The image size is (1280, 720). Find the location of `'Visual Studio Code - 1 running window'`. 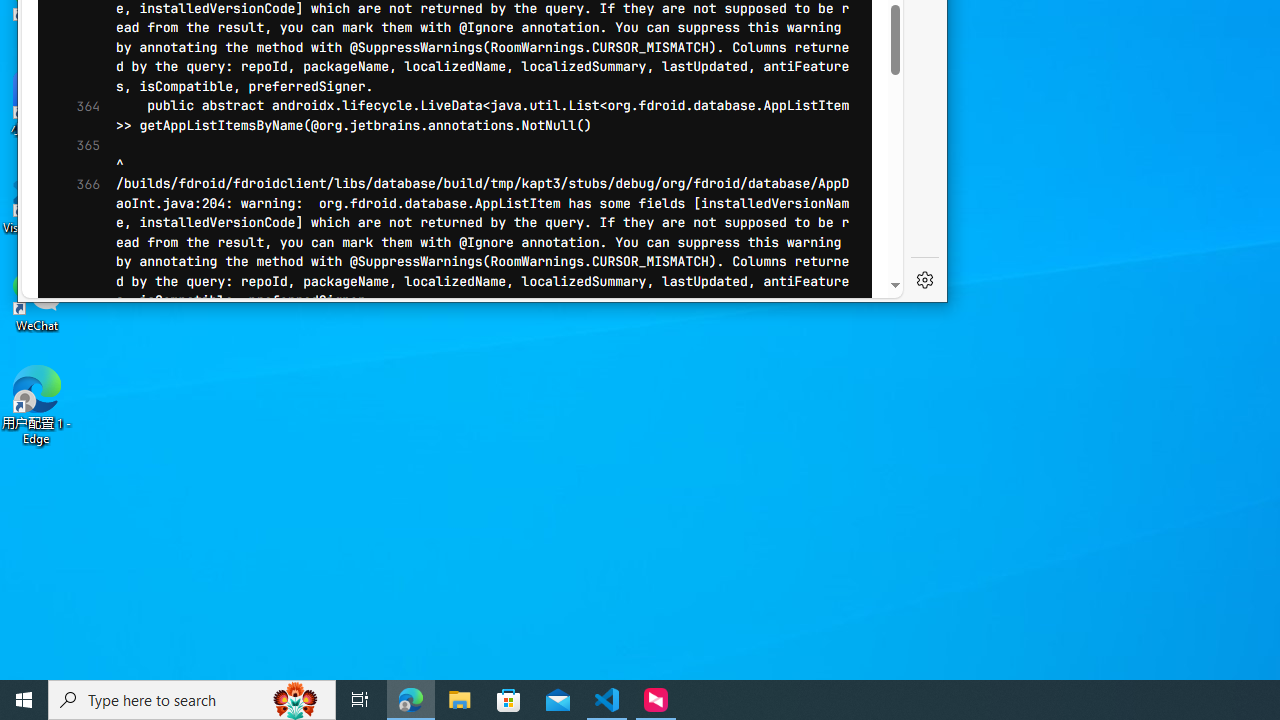

'Visual Studio Code - 1 running window' is located at coordinates (606, 698).